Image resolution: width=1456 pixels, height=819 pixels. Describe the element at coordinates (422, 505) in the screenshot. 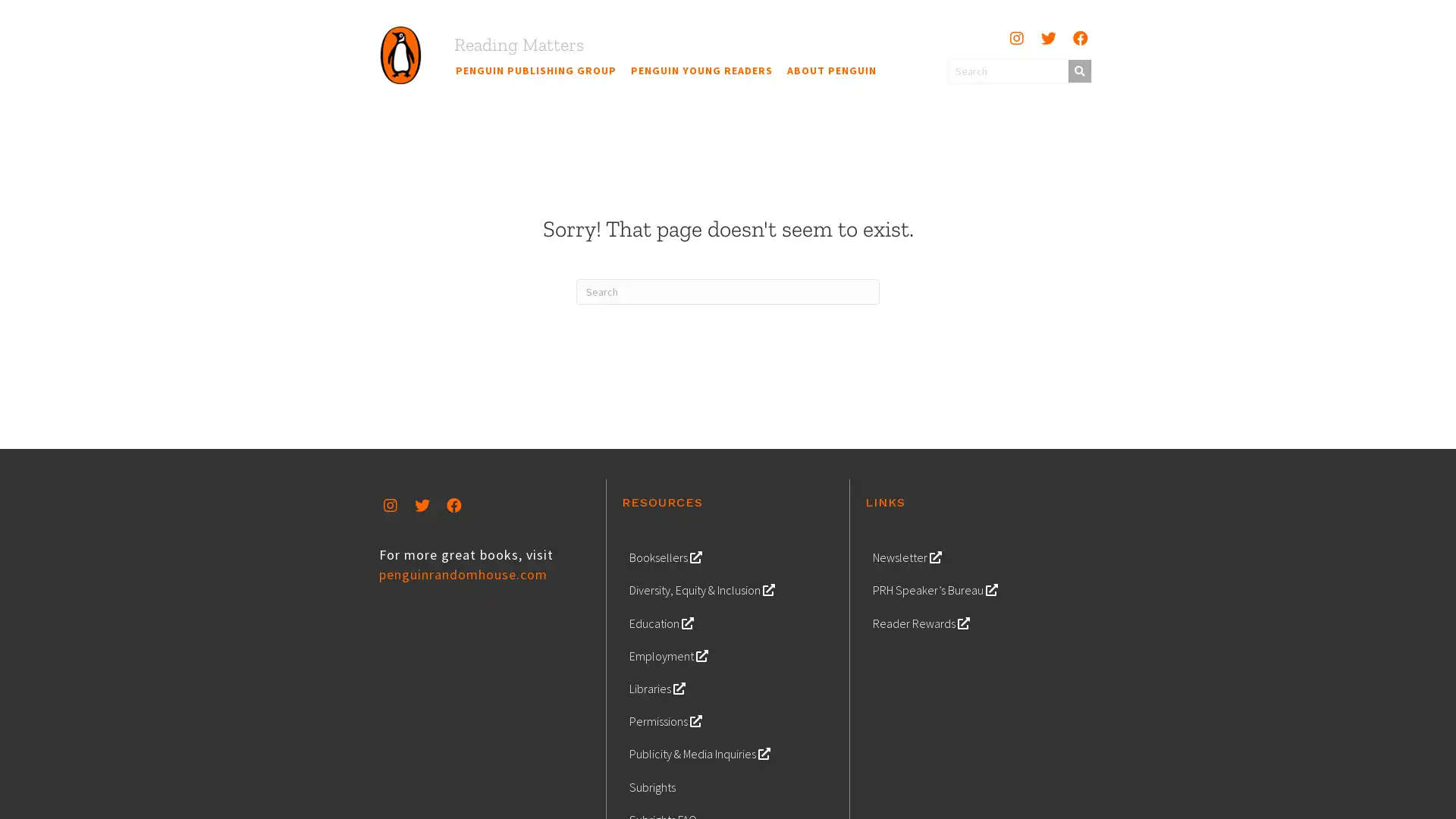

I see `Twitter` at that location.